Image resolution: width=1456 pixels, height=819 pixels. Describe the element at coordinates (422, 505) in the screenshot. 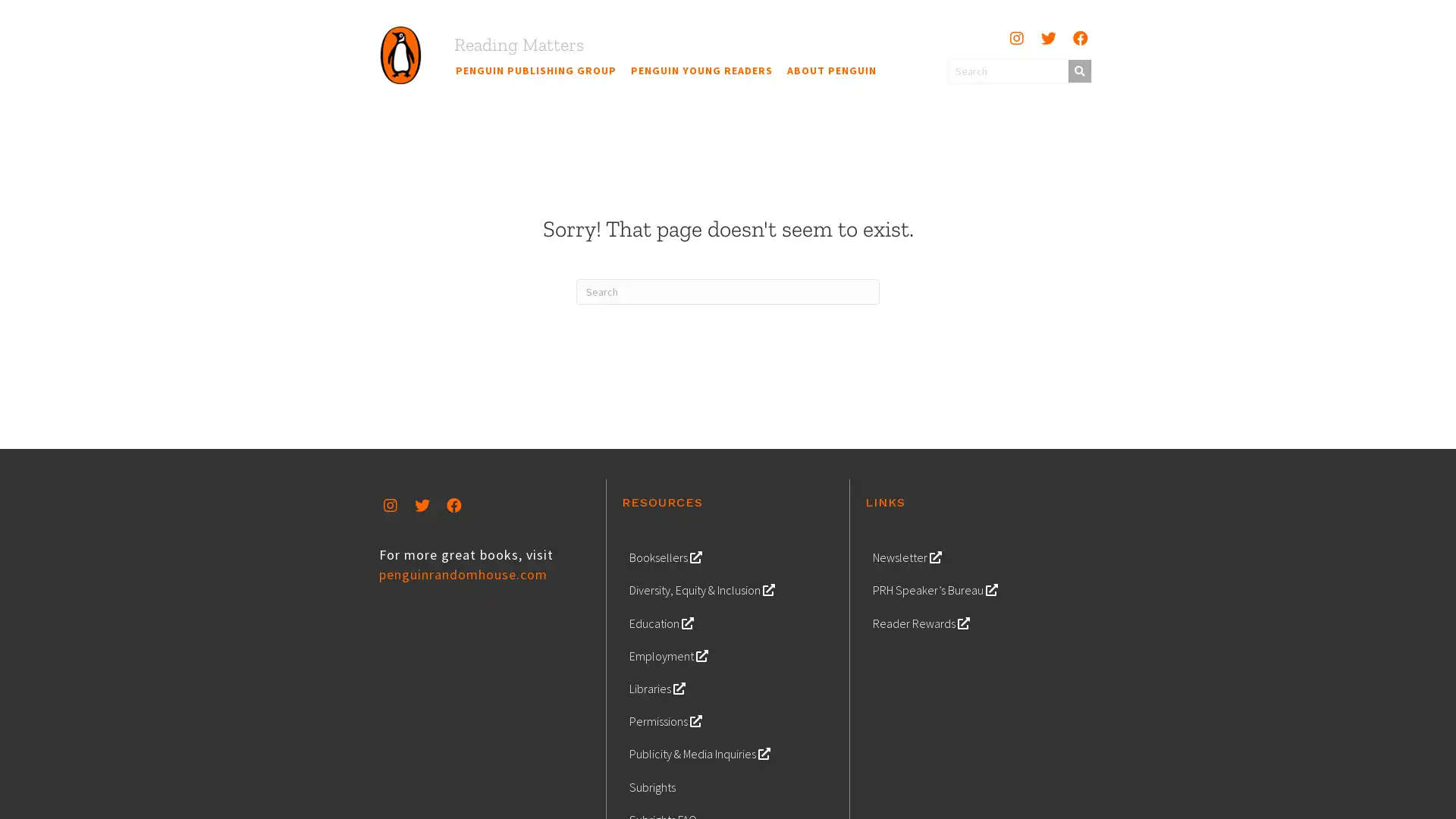

I see `Twitter` at that location.